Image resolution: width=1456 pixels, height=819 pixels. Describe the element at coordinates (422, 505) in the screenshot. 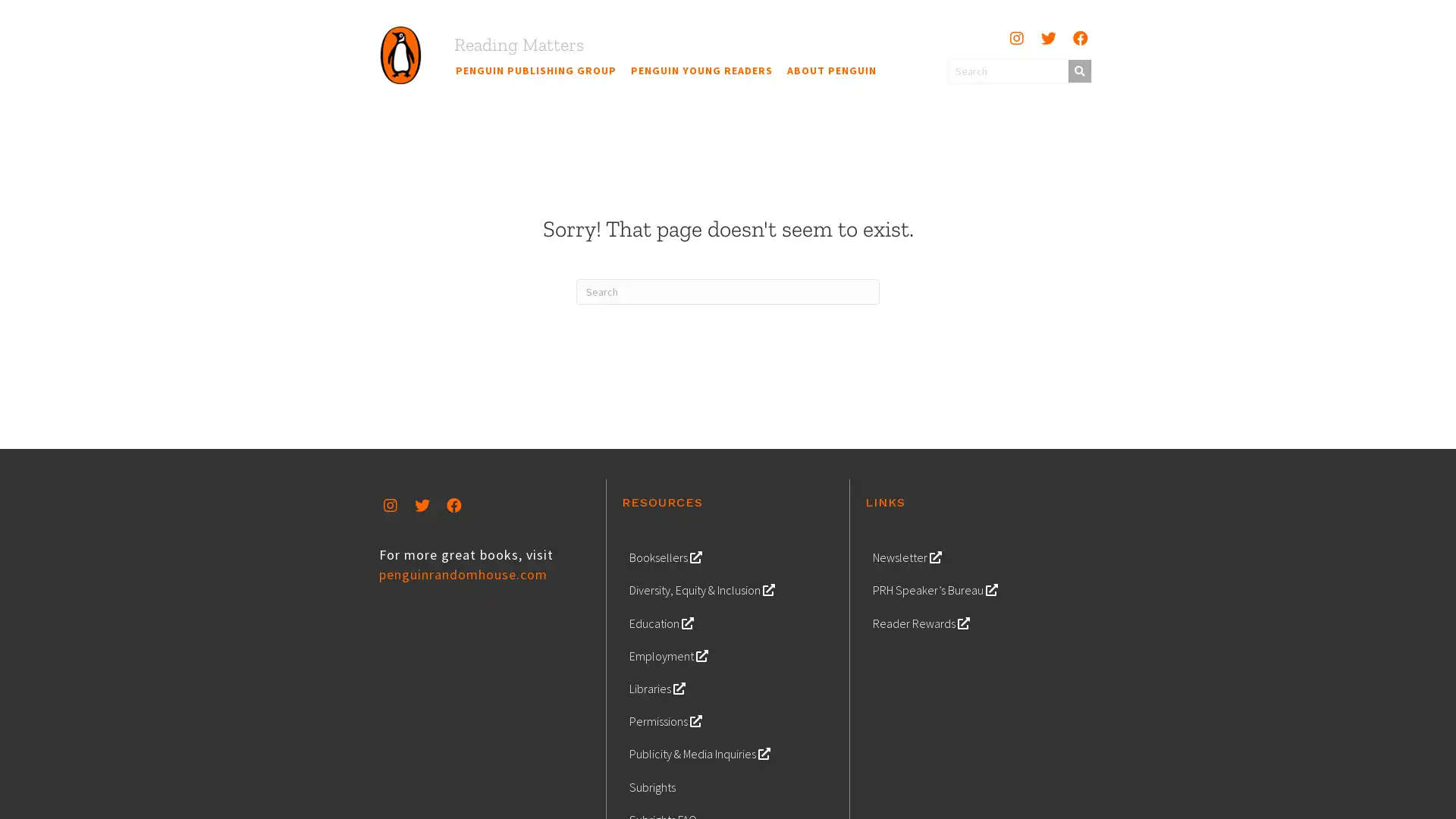

I see `Twitter` at that location.